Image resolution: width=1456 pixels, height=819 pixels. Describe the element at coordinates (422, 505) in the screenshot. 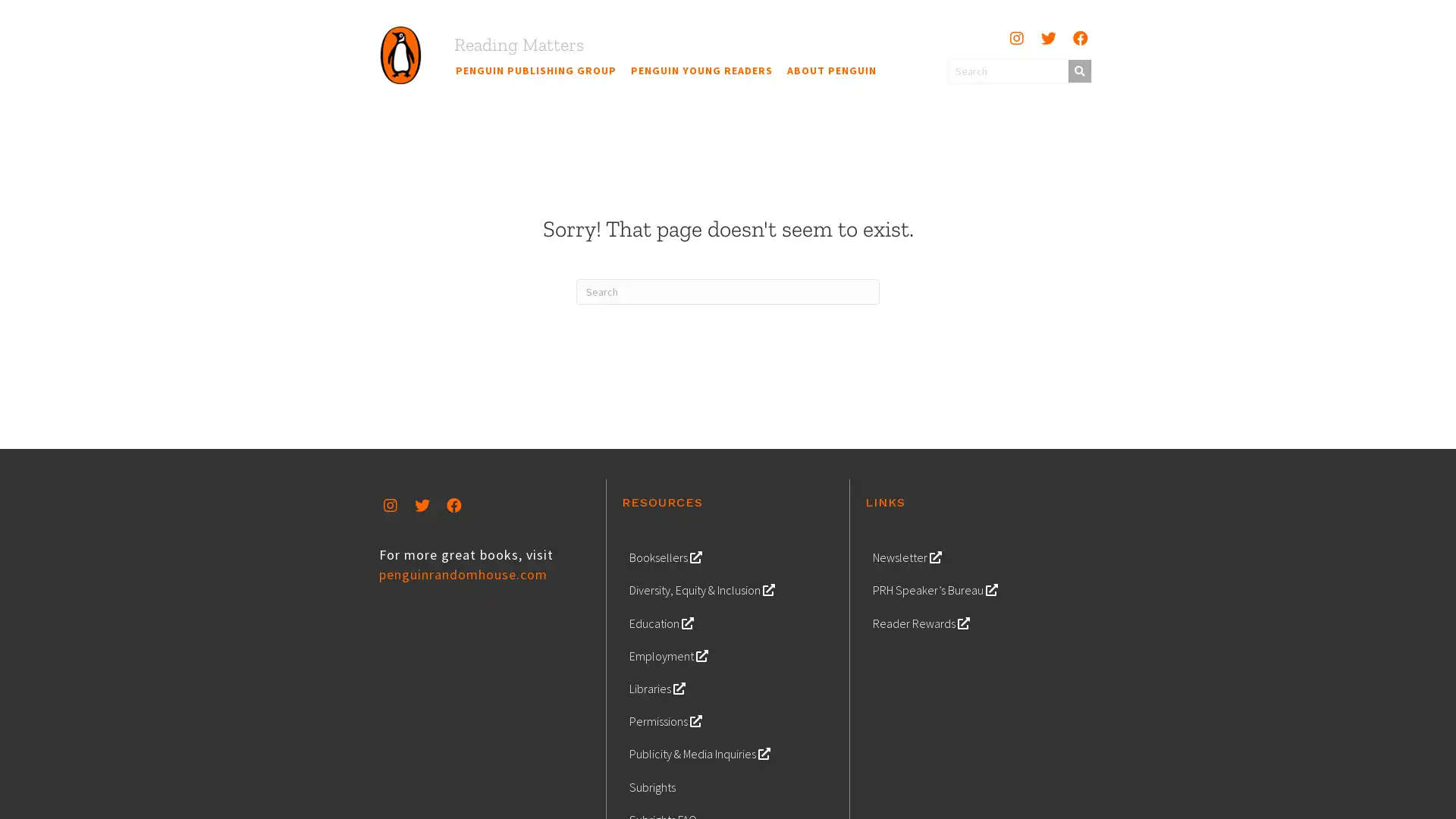

I see `Twitter` at that location.